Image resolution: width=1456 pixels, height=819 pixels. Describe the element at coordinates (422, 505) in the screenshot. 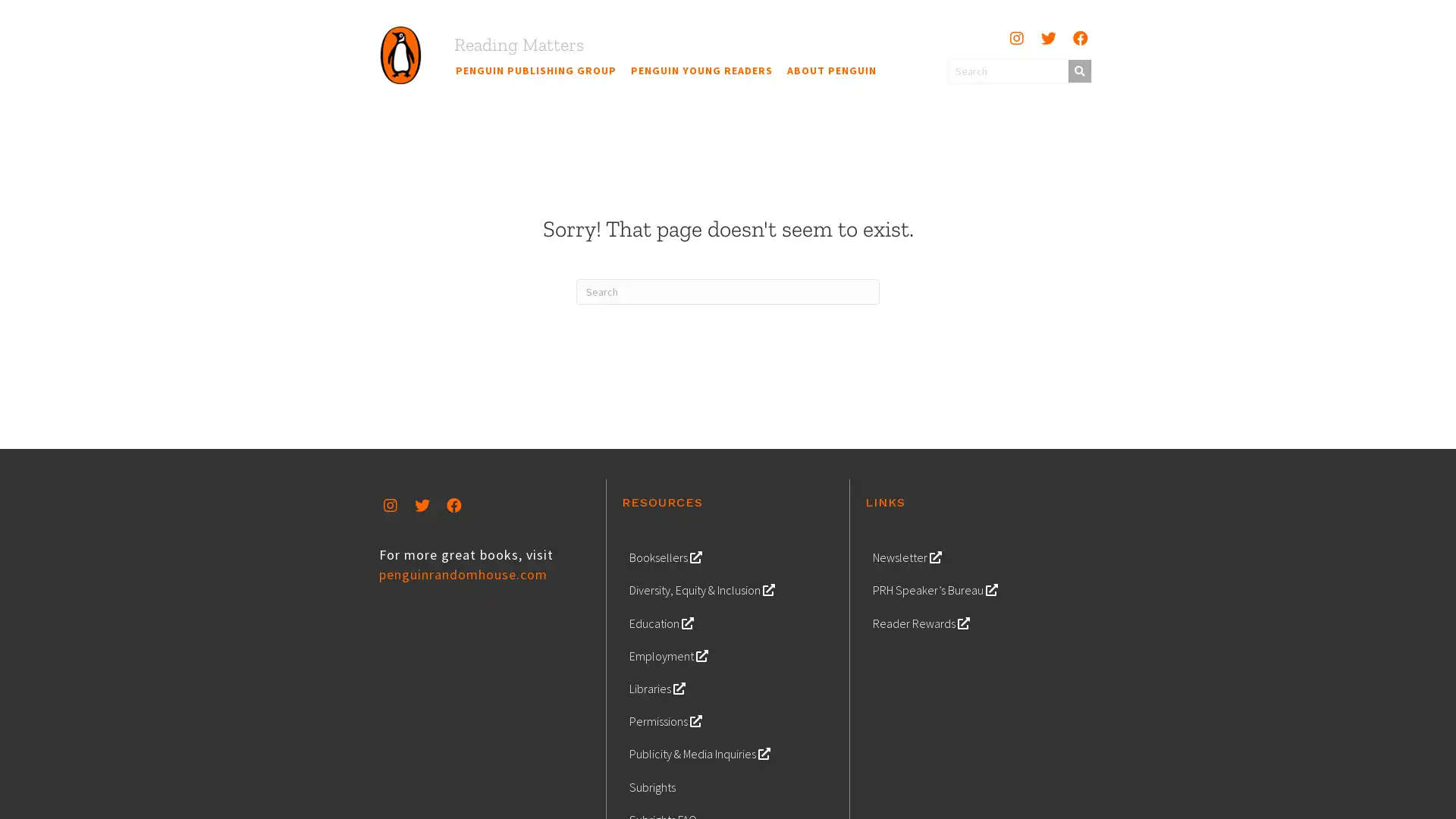

I see `Twitter` at that location.